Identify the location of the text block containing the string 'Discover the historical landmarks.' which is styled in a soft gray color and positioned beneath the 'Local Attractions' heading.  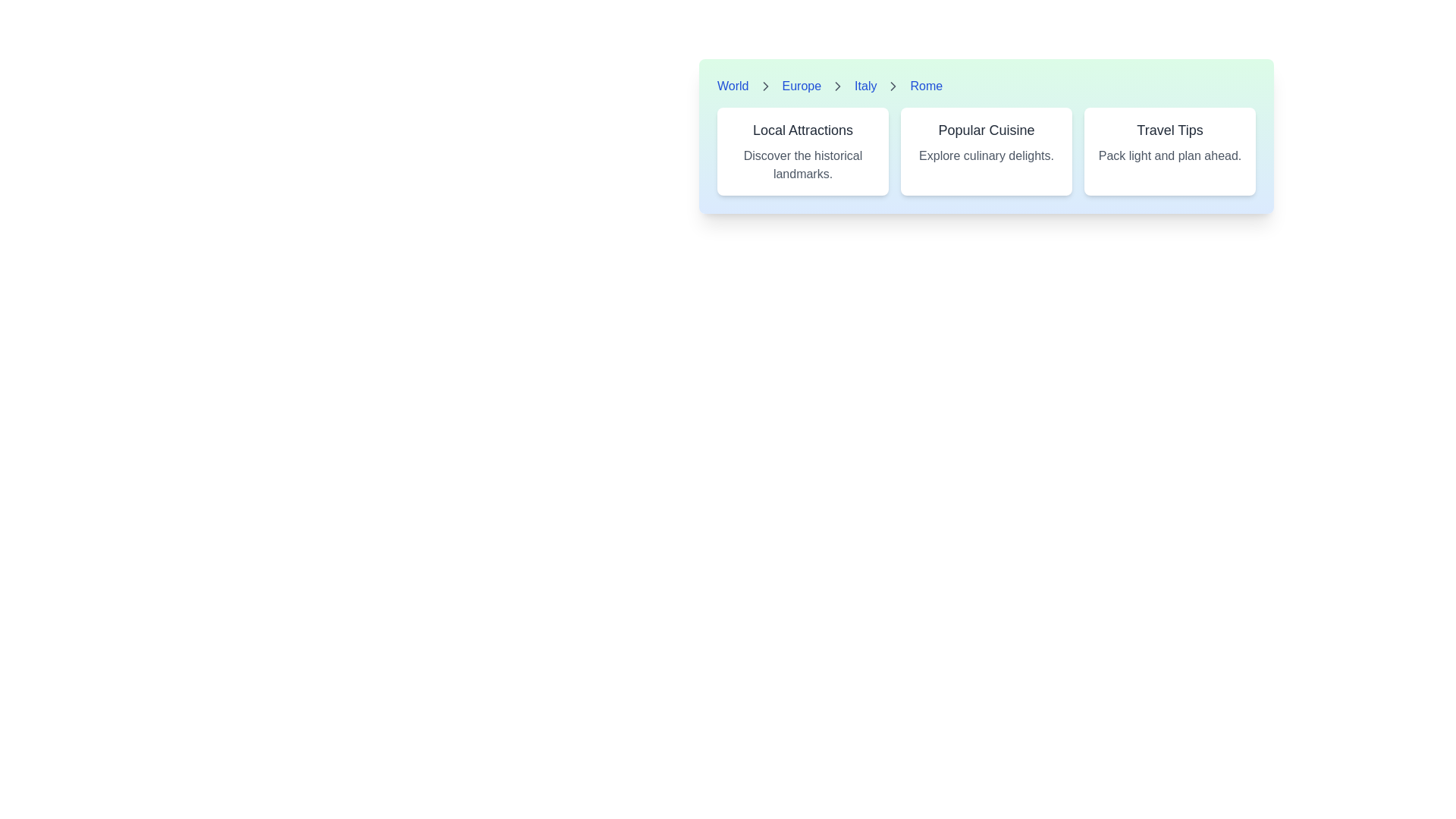
(802, 165).